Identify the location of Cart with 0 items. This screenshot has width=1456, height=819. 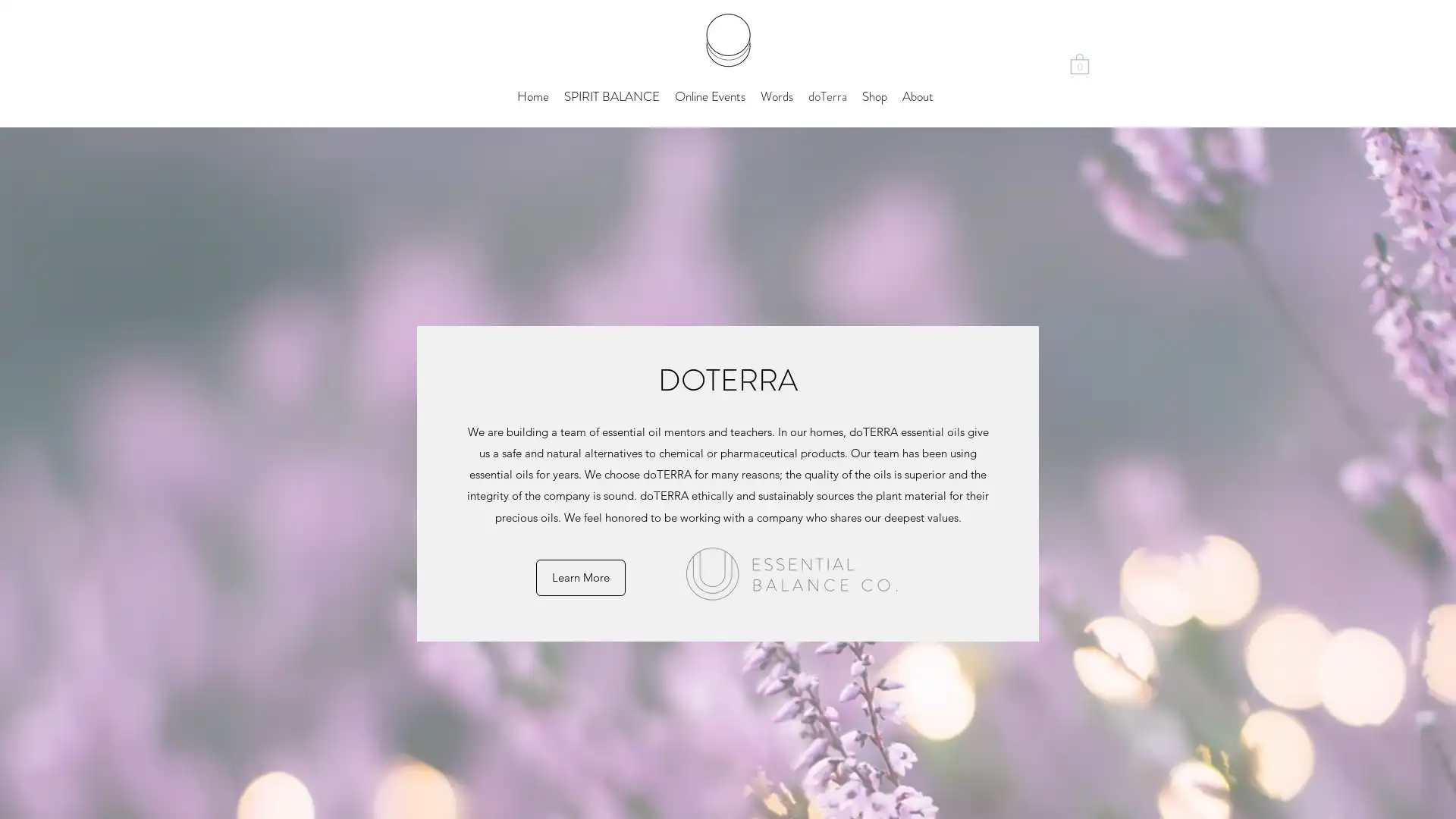
(1079, 62).